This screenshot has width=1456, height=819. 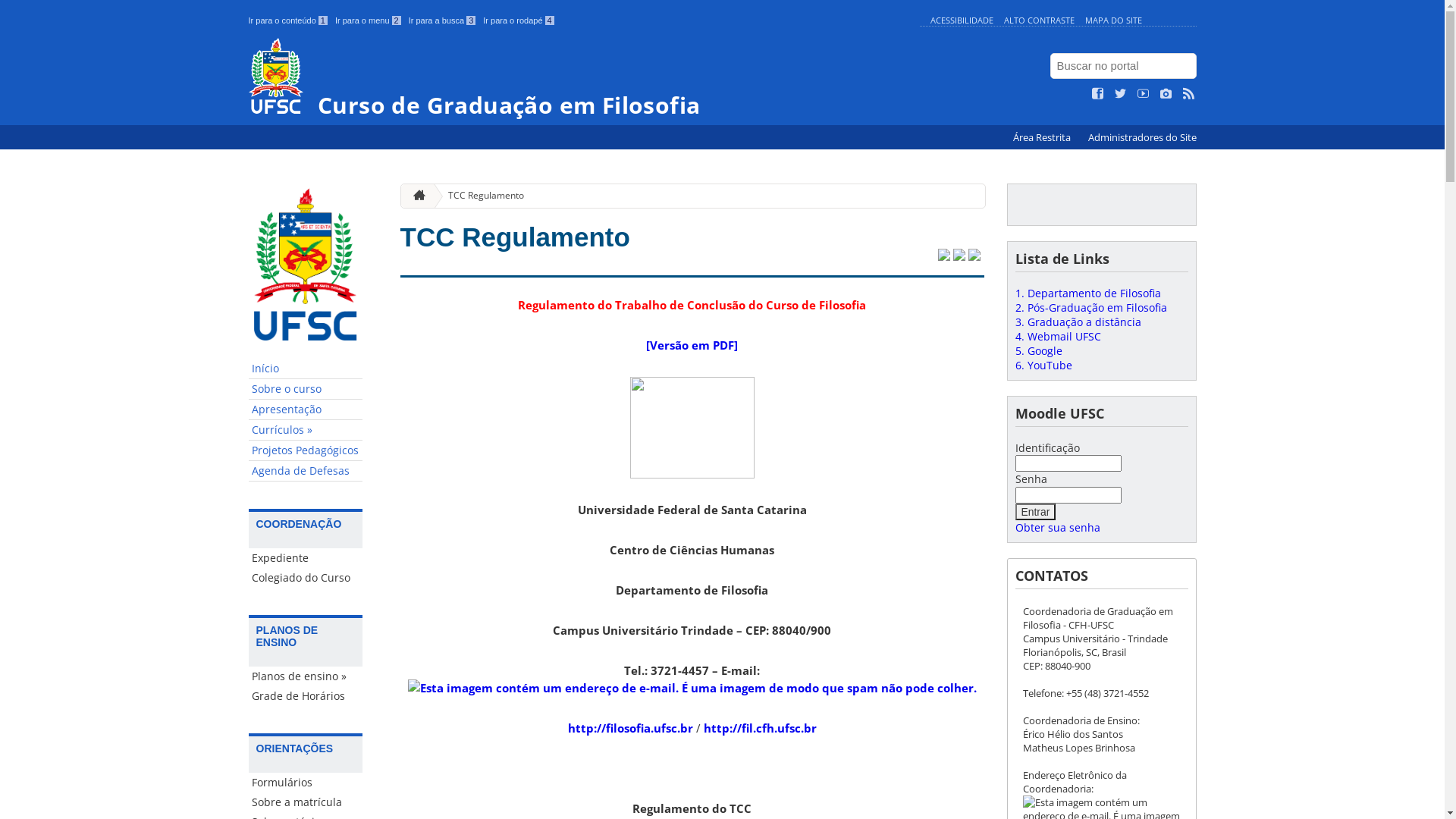 What do you see at coordinates (1165, 93) in the screenshot?
I see `'Veja no Instagram'` at bounding box center [1165, 93].